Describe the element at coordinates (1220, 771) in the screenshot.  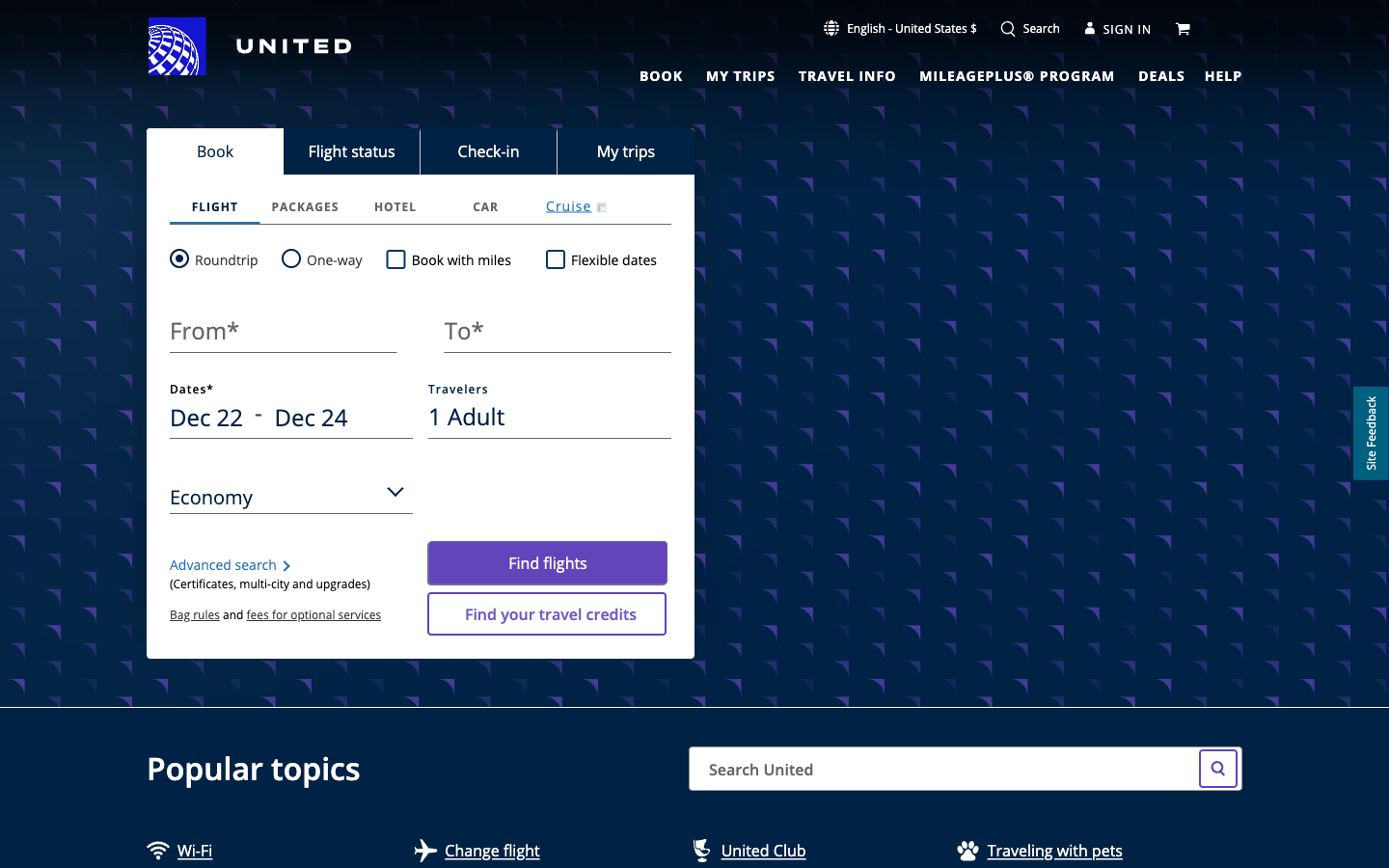
I see `Scan for Taiwan Airline Tickets` at that location.